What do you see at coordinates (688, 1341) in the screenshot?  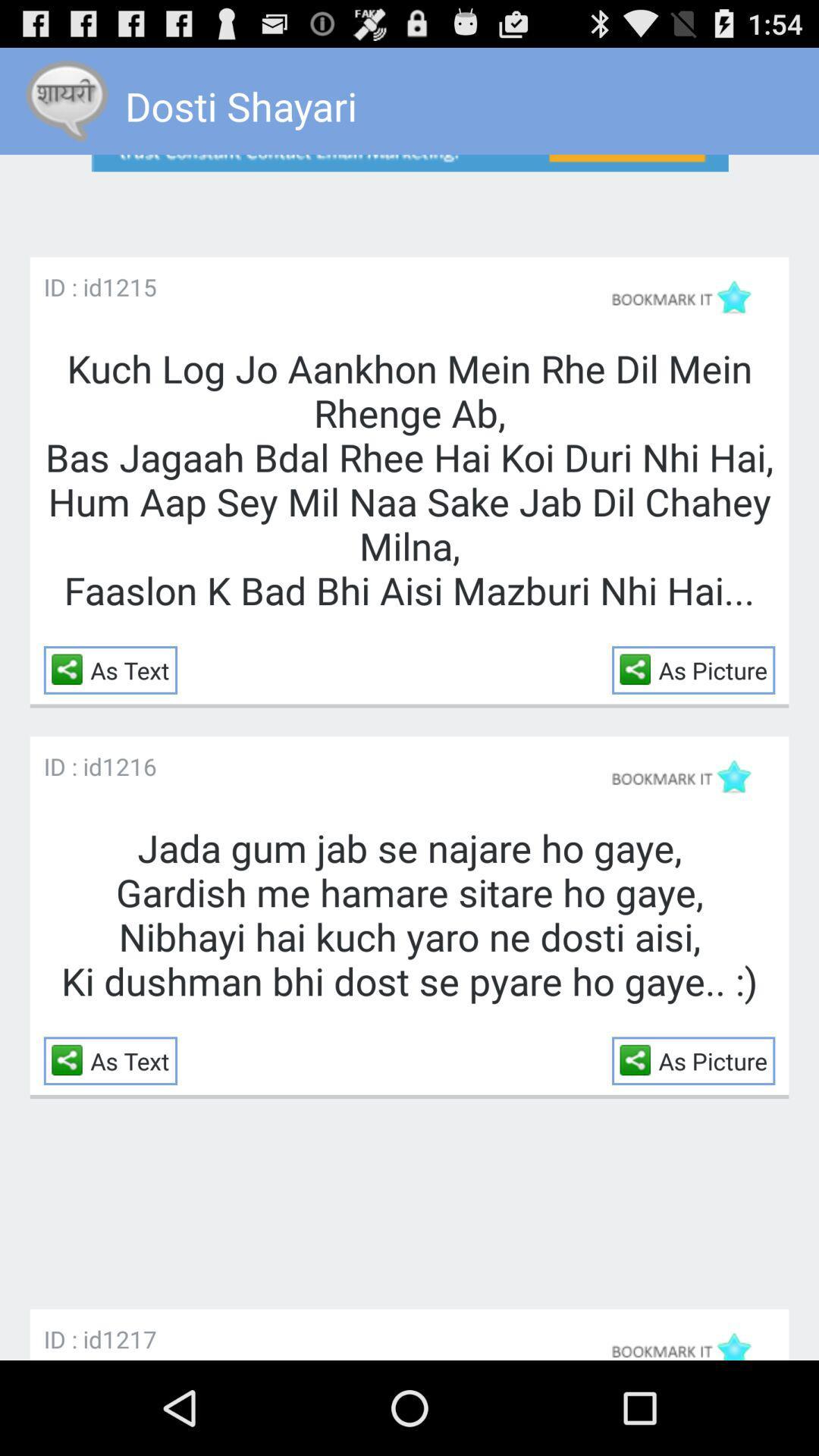 I see `tap to bookmark` at bounding box center [688, 1341].